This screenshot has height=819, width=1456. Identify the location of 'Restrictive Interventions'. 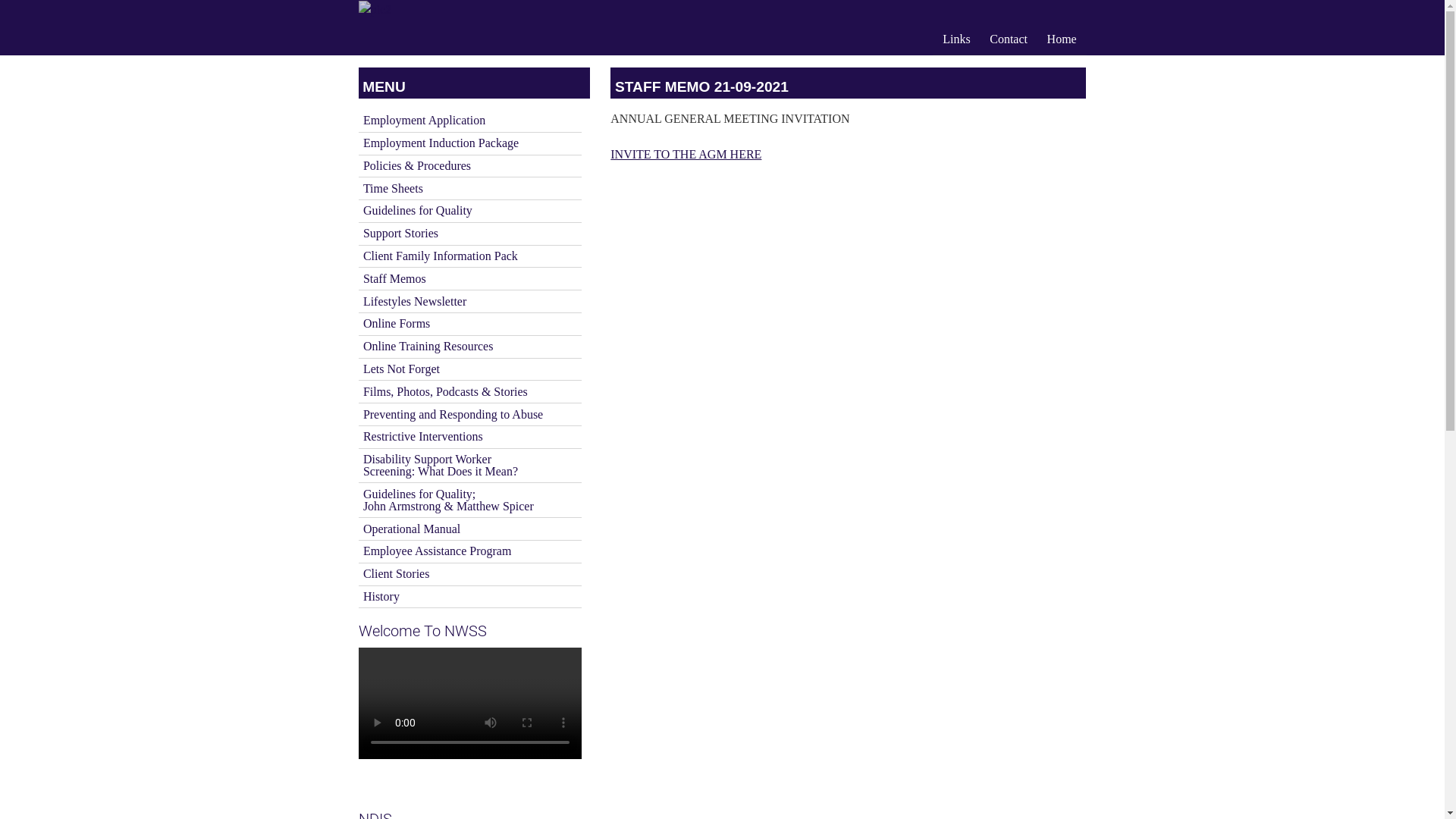
(469, 437).